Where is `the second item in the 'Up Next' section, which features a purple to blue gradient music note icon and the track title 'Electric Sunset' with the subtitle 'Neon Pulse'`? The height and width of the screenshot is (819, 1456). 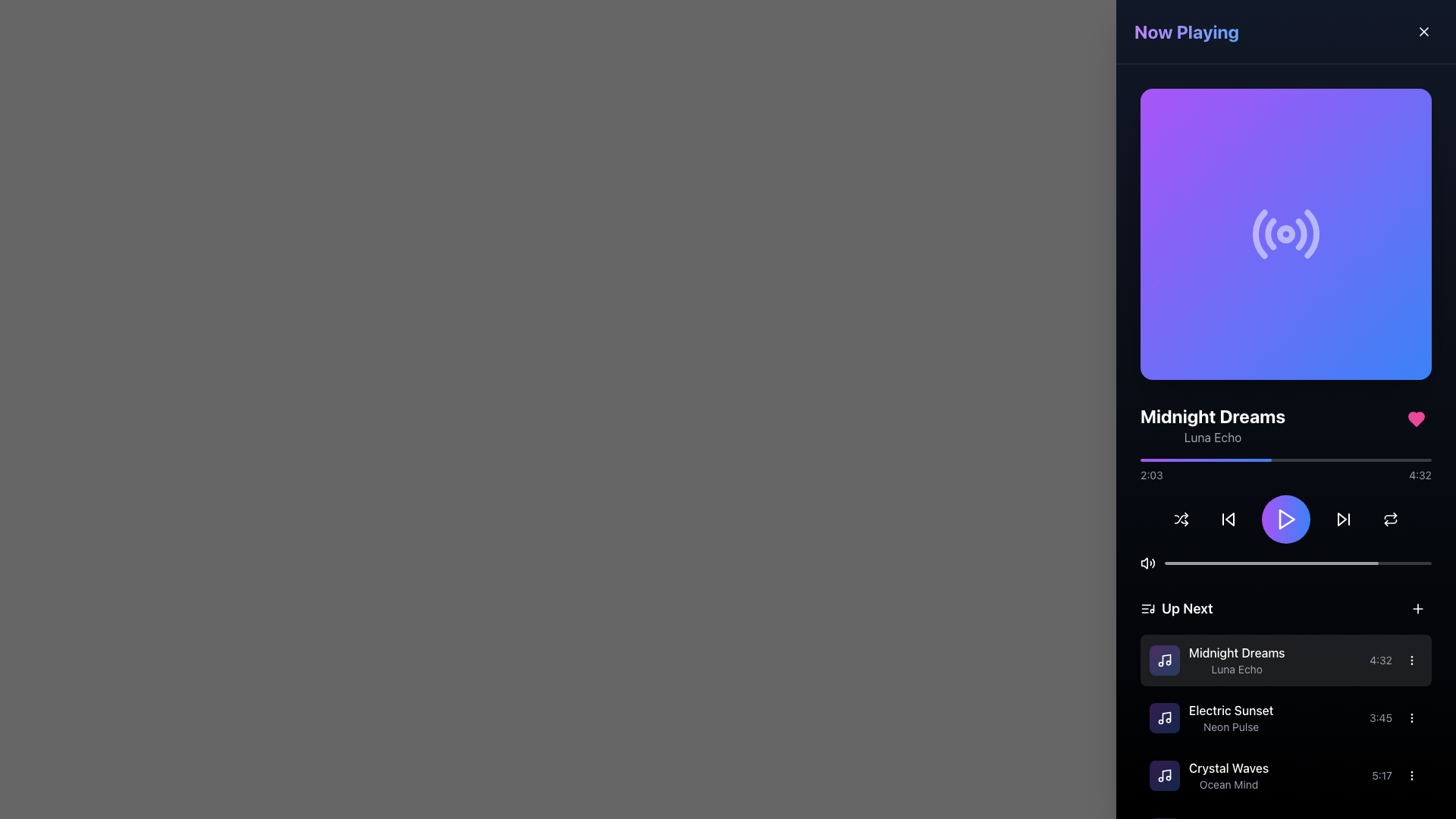 the second item in the 'Up Next' section, which features a purple to blue gradient music note icon and the track title 'Electric Sunset' with the subtitle 'Neon Pulse' is located at coordinates (1210, 717).